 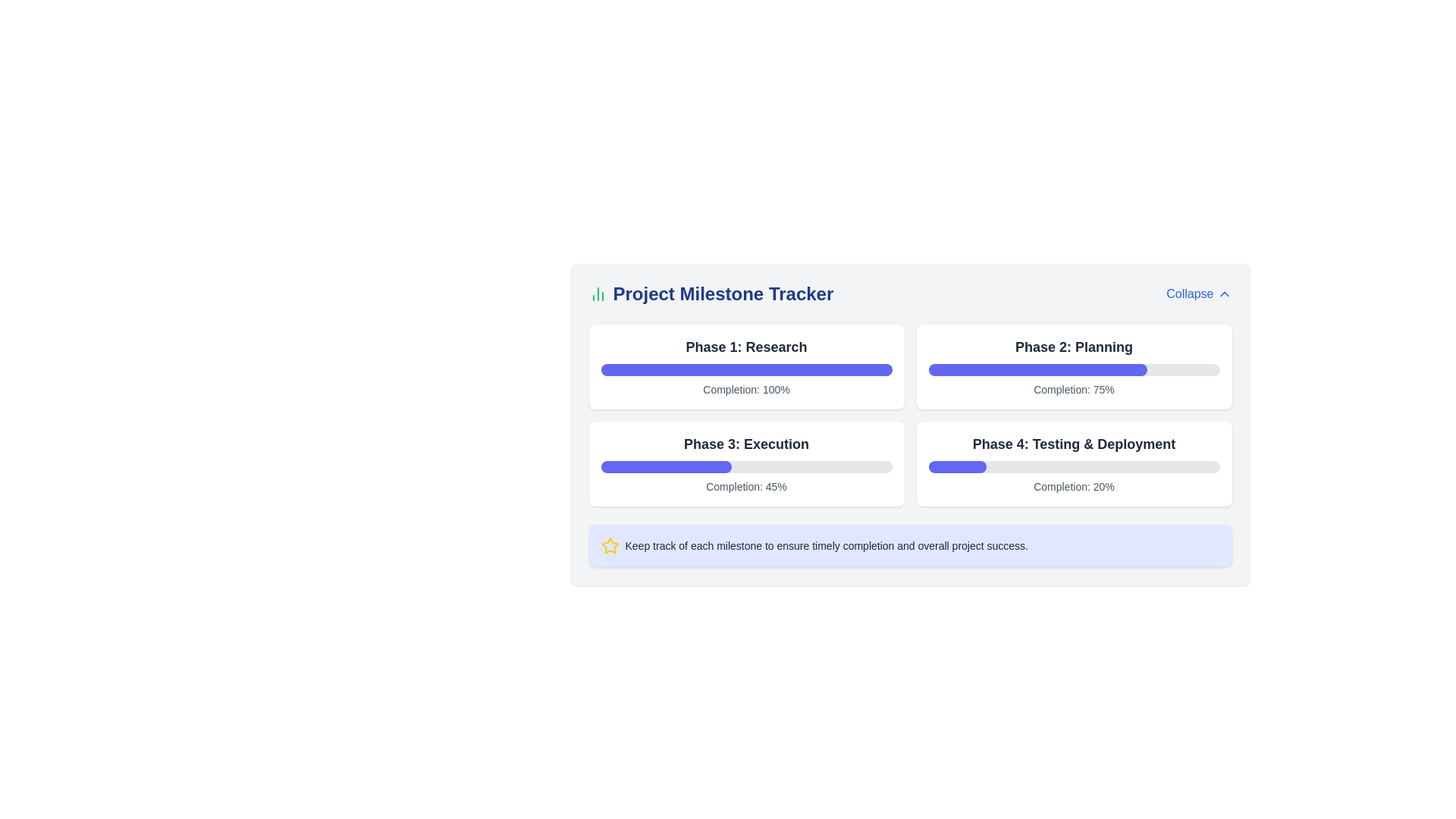 I want to click on the header text for 'Phase 3: Execution' in the bottom-left section of the milestone tracker grid, which is positioned above the progress bar and completion percentage text, so click(x=746, y=444).